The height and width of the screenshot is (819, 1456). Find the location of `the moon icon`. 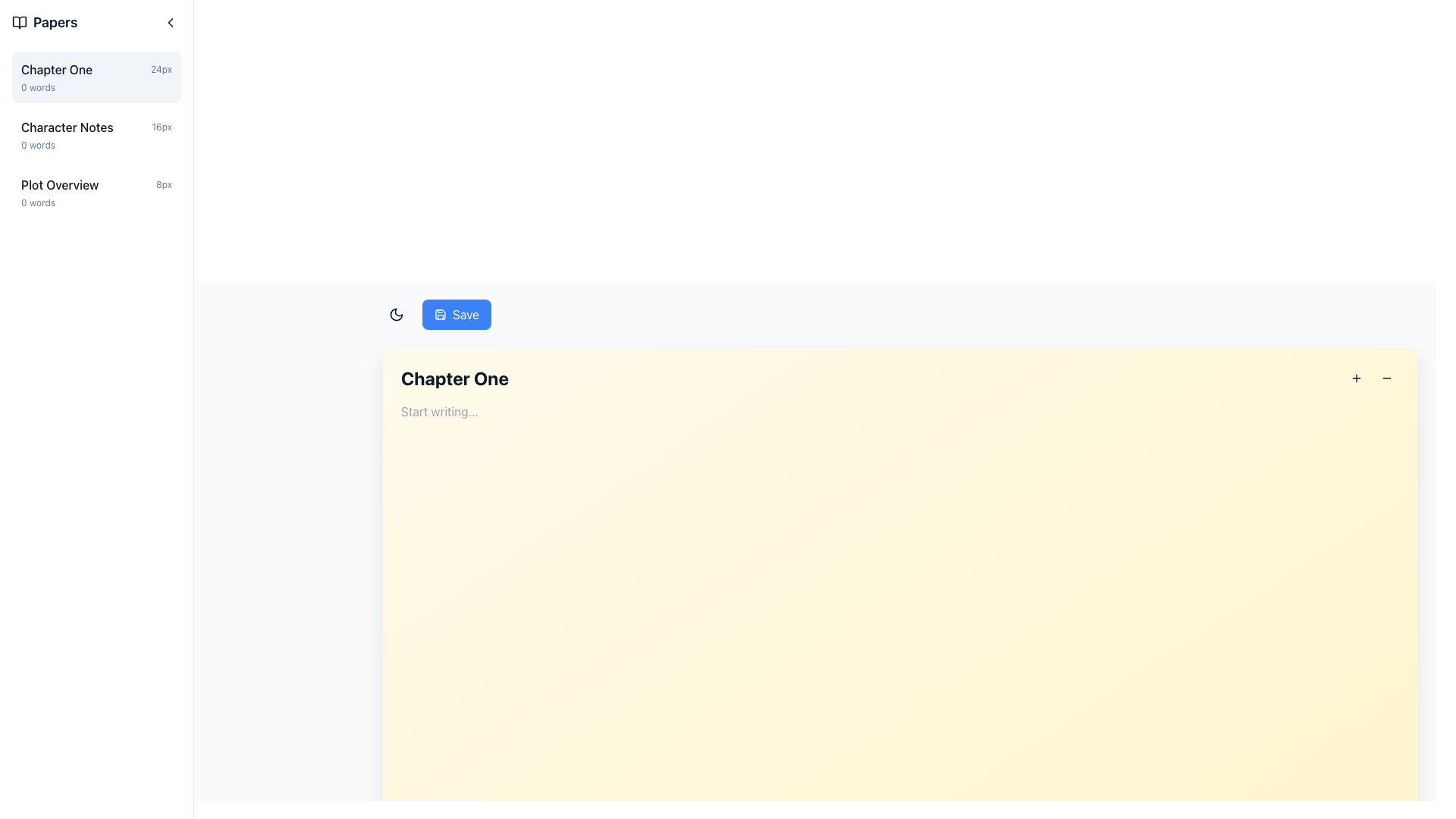

the moon icon is located at coordinates (397, 314).